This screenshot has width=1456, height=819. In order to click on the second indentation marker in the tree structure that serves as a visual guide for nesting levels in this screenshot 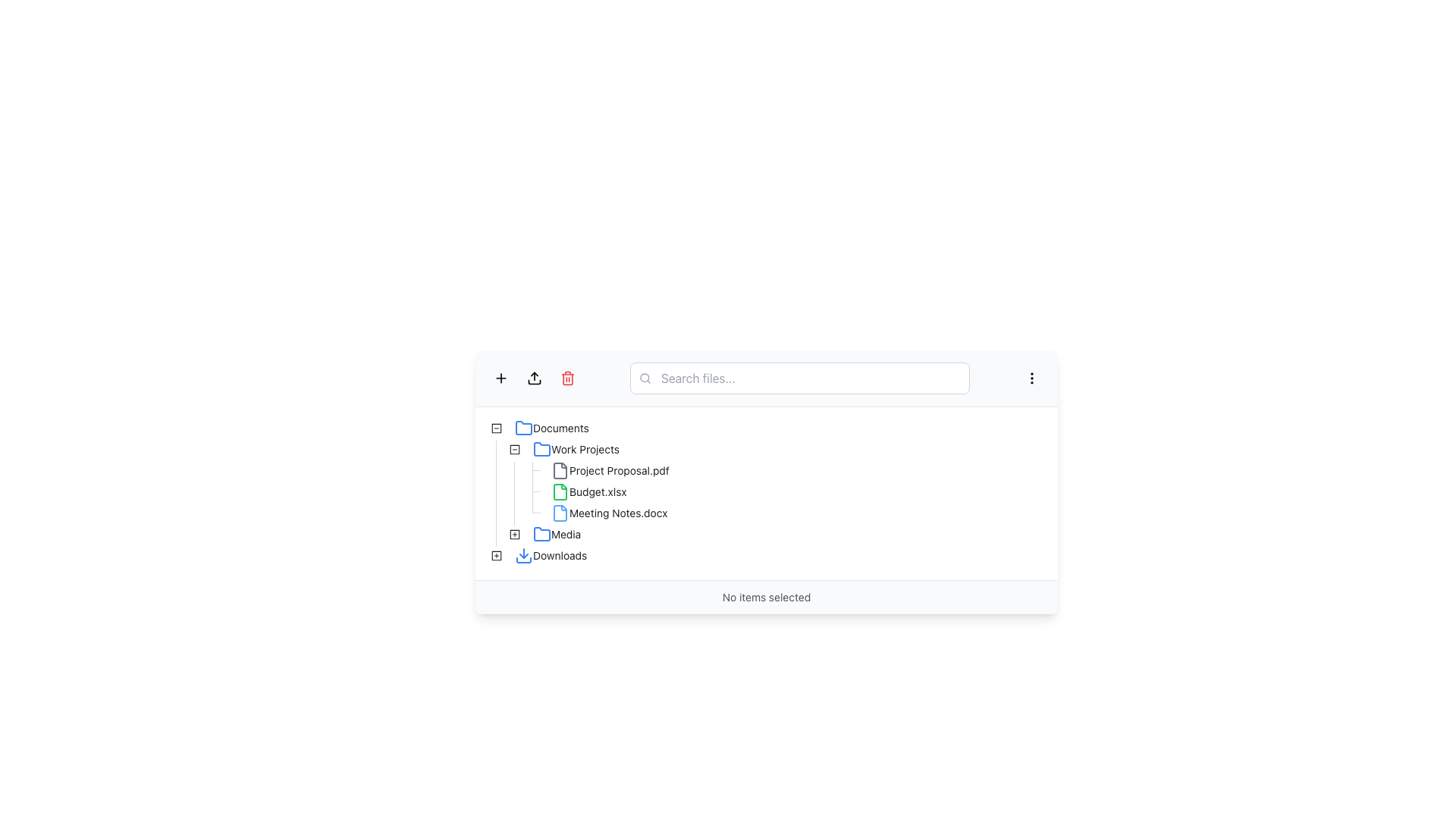, I will do `click(514, 513)`.